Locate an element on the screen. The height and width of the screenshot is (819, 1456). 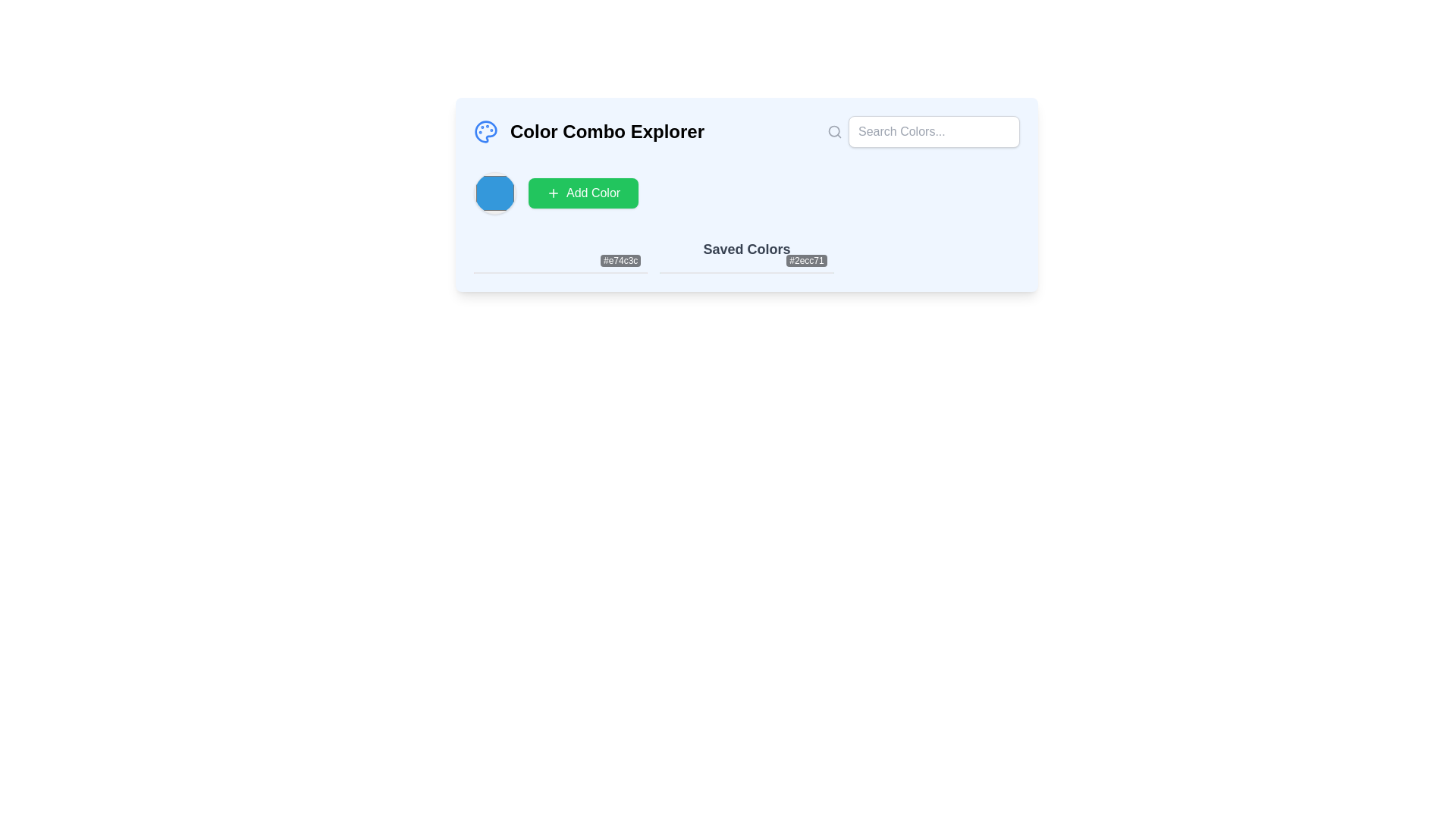
the 'Saved Colors' text label, which is a bold, medium-large gray header positioned above a grid of saved color items is located at coordinates (746, 248).